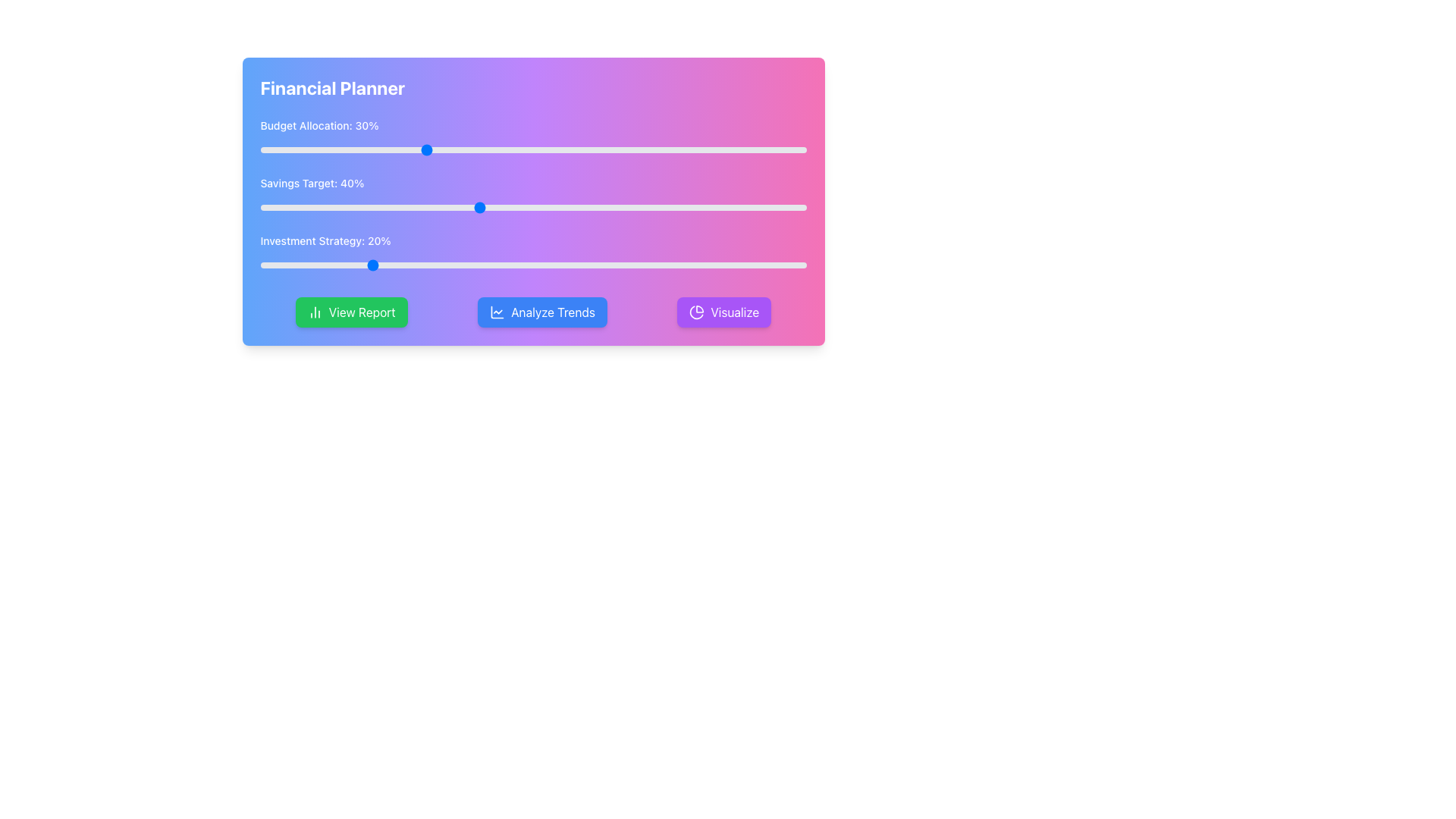  What do you see at coordinates (533, 207) in the screenshot?
I see `the horizontal slider handle located in the 'Financial Planner' section below the text 'Savings Target: 40%'` at bounding box center [533, 207].